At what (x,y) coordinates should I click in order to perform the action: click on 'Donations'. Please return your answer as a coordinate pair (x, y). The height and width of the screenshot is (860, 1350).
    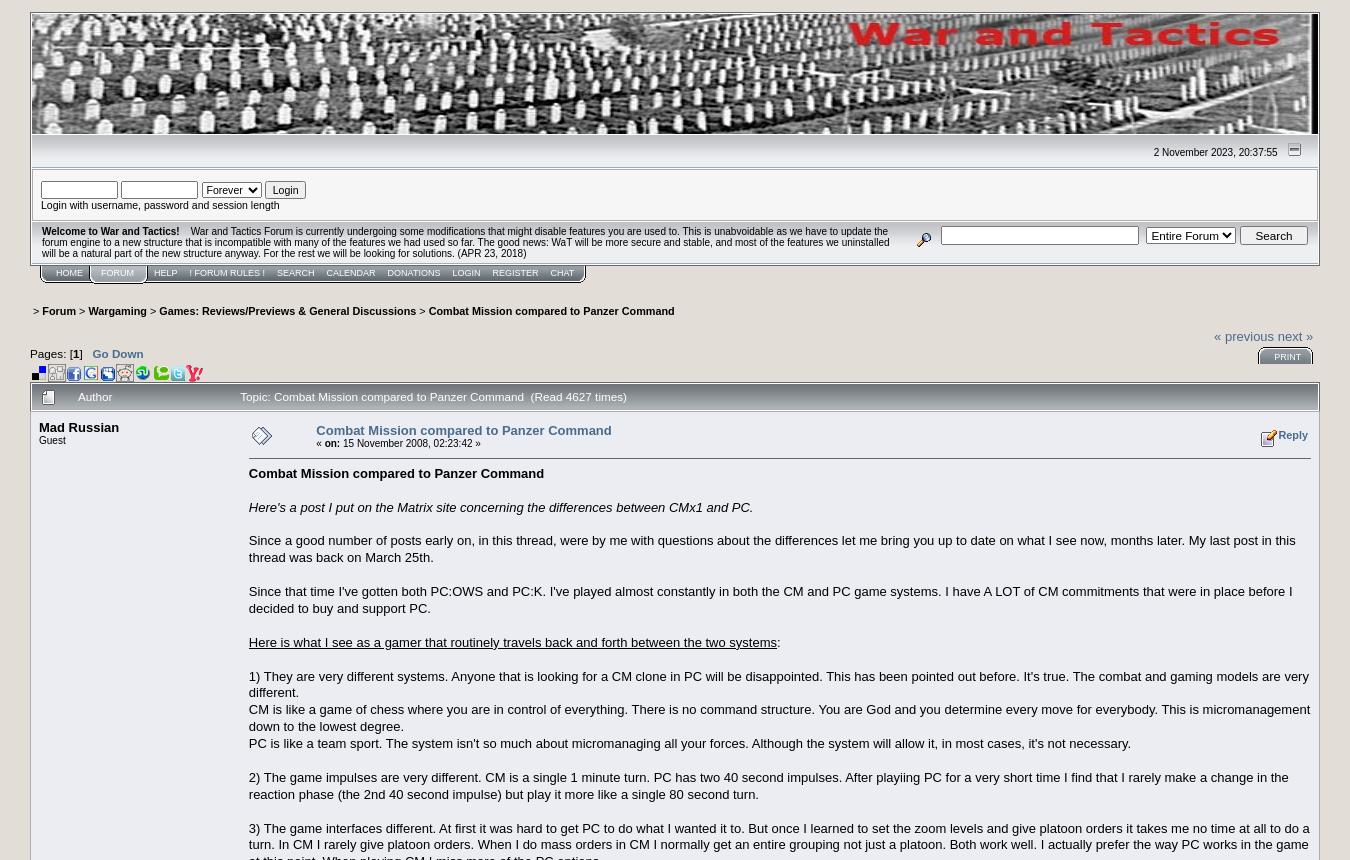
    Looking at the image, I should click on (387, 271).